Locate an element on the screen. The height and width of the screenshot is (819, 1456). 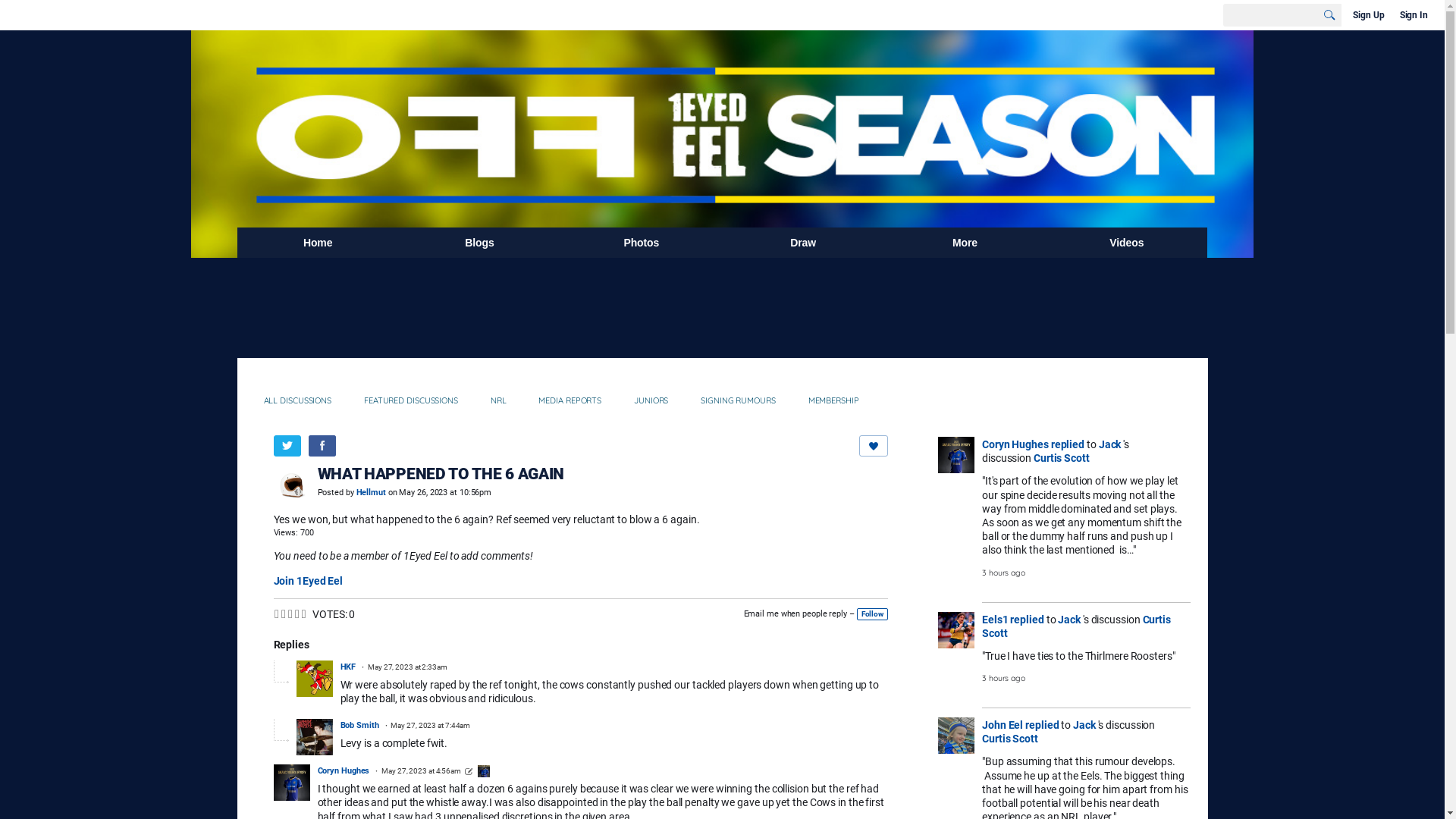
'Twitter' is located at coordinates (273, 444).